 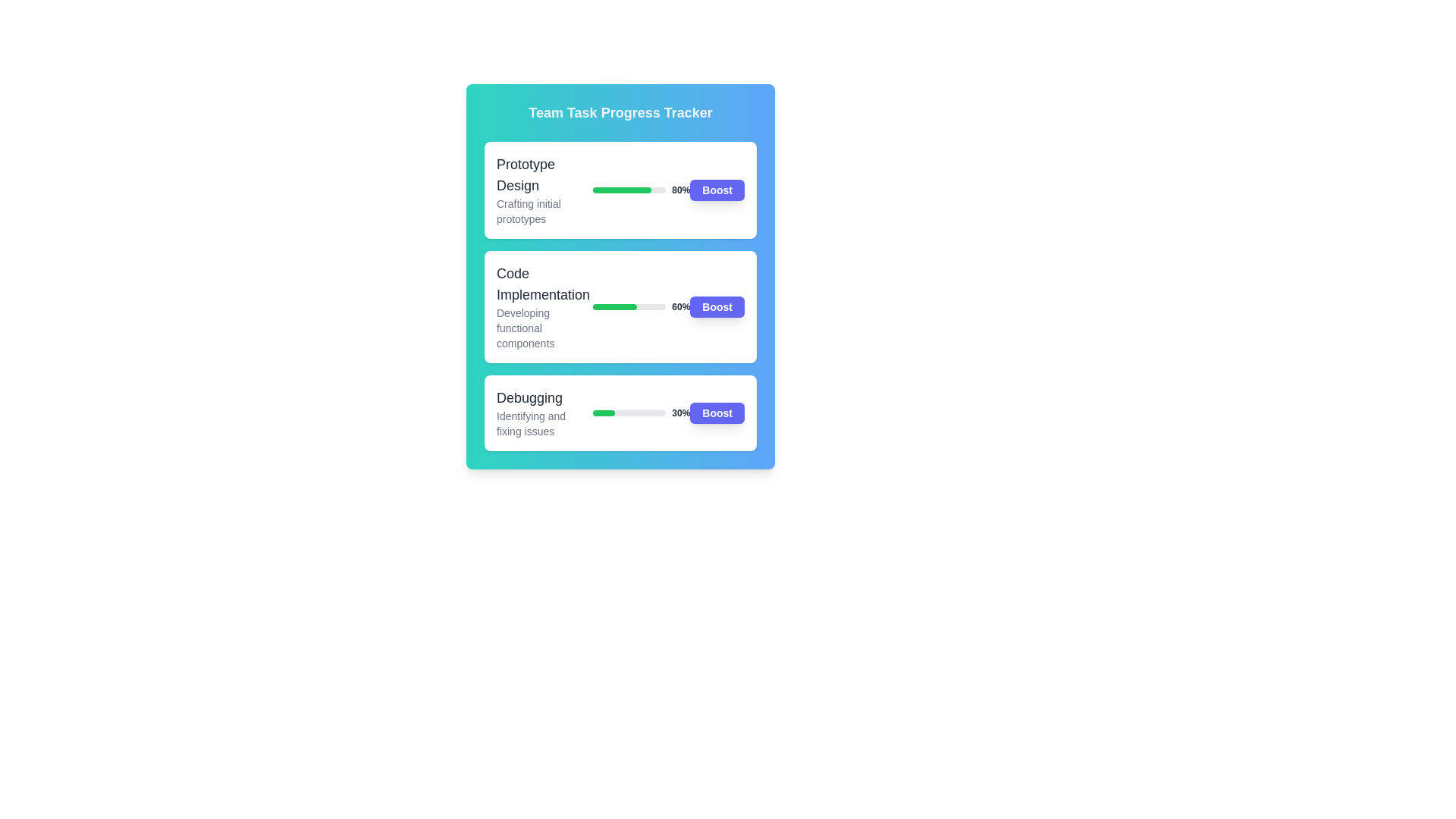 What do you see at coordinates (544, 397) in the screenshot?
I see `the text label indicating the 'Debugging' section, which is located in the third section of a vertically stacked layout` at bounding box center [544, 397].